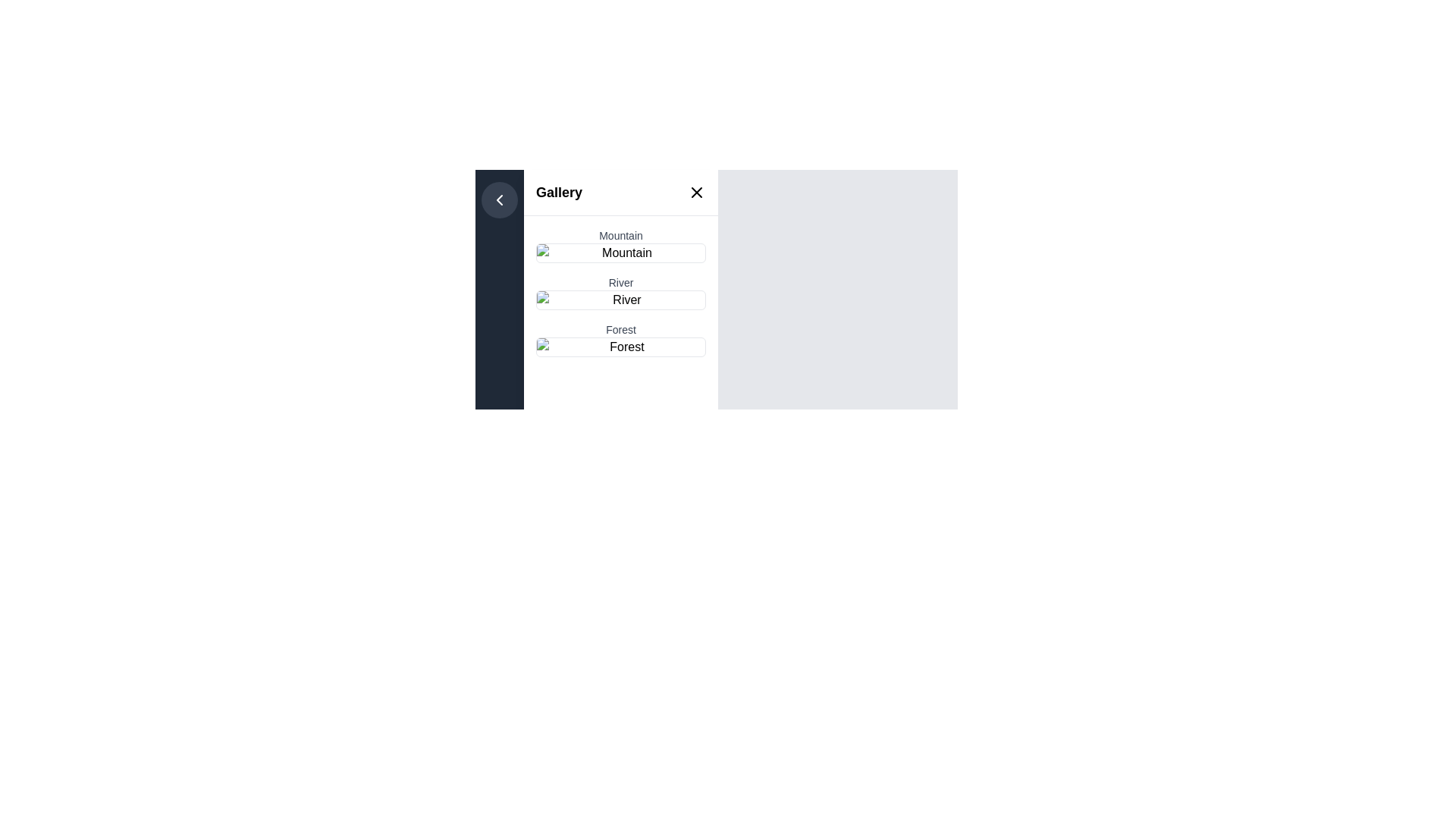 The height and width of the screenshot is (819, 1456). I want to click on the circular button with a dark grey background and a left-pointing arrow icon, so click(499, 199).